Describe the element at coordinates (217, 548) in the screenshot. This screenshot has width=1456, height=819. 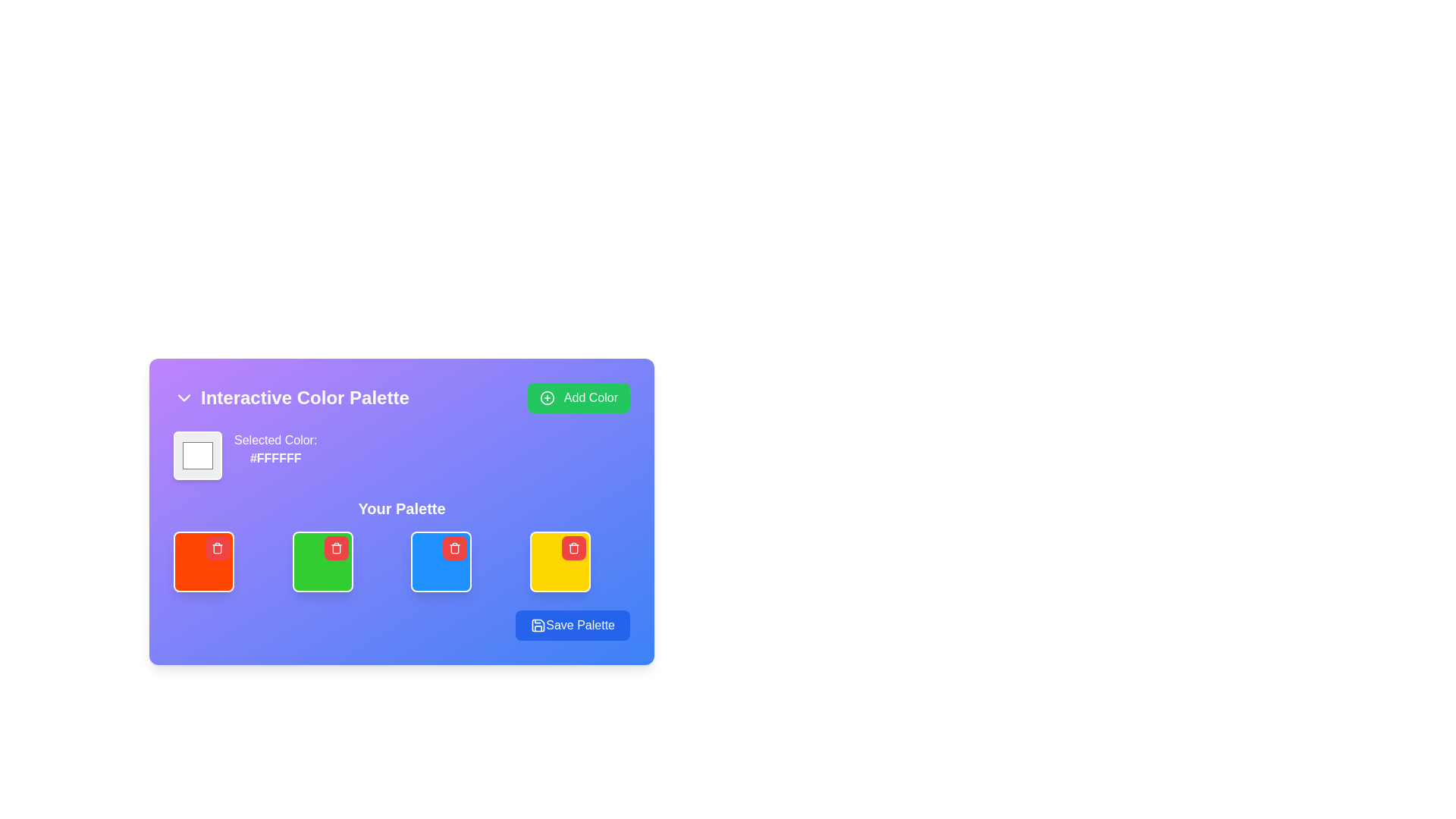
I see `the red trash can button located in the top-right corner of the 'Your Palette' section` at that location.